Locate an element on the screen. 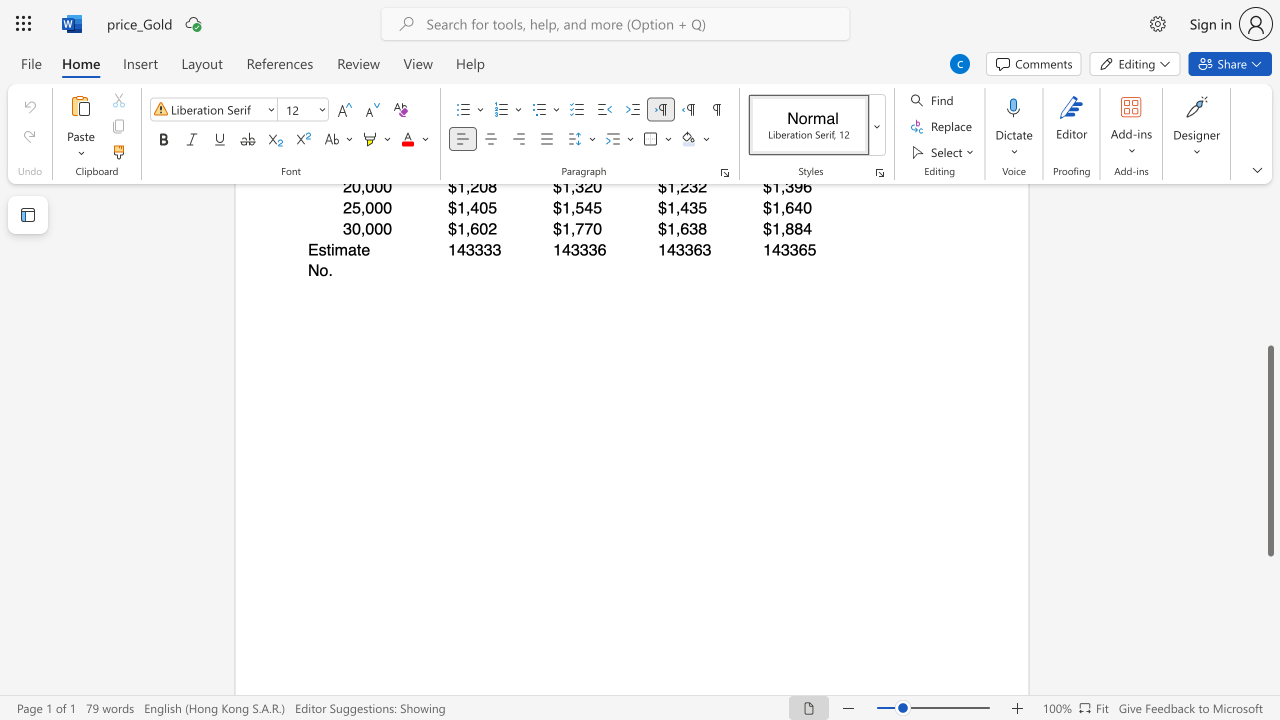  the scrollbar on the right to shift the page higher is located at coordinates (1269, 258).